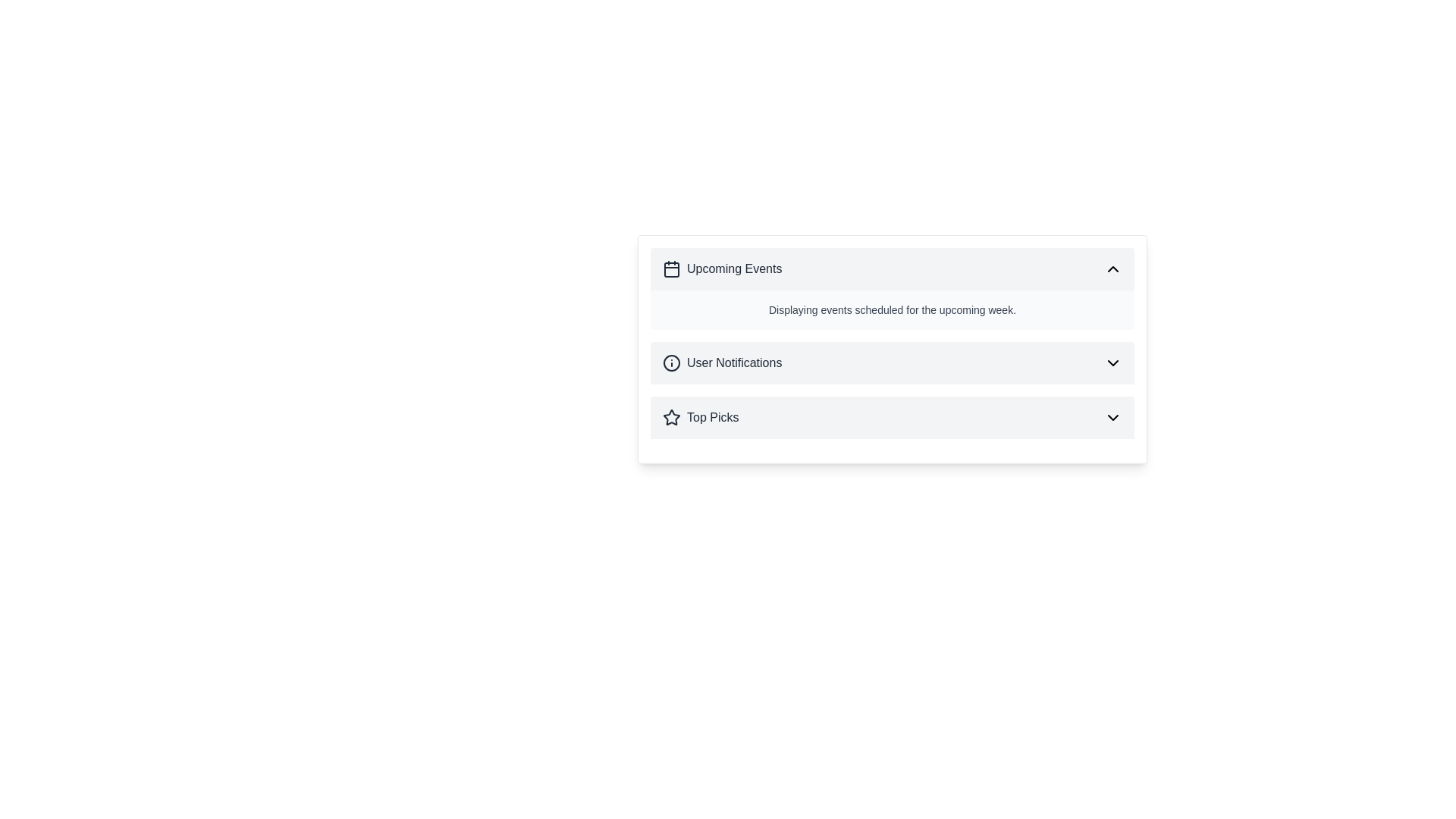 This screenshot has width=1456, height=819. I want to click on the 'Upcoming Events' text label element, which is displayed in a medium-sized, bold font and is positioned next to a calendar icon in the User Notifications section, so click(734, 268).